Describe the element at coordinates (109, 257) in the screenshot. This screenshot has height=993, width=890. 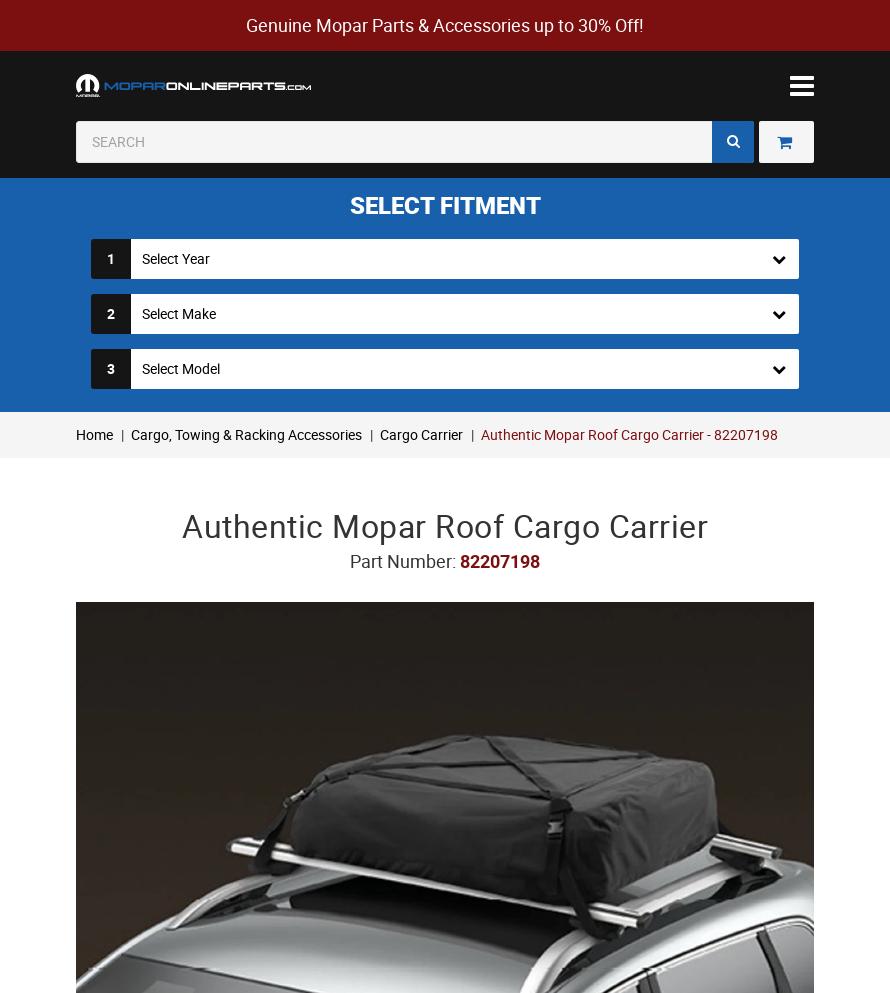
I see `'1'` at that location.